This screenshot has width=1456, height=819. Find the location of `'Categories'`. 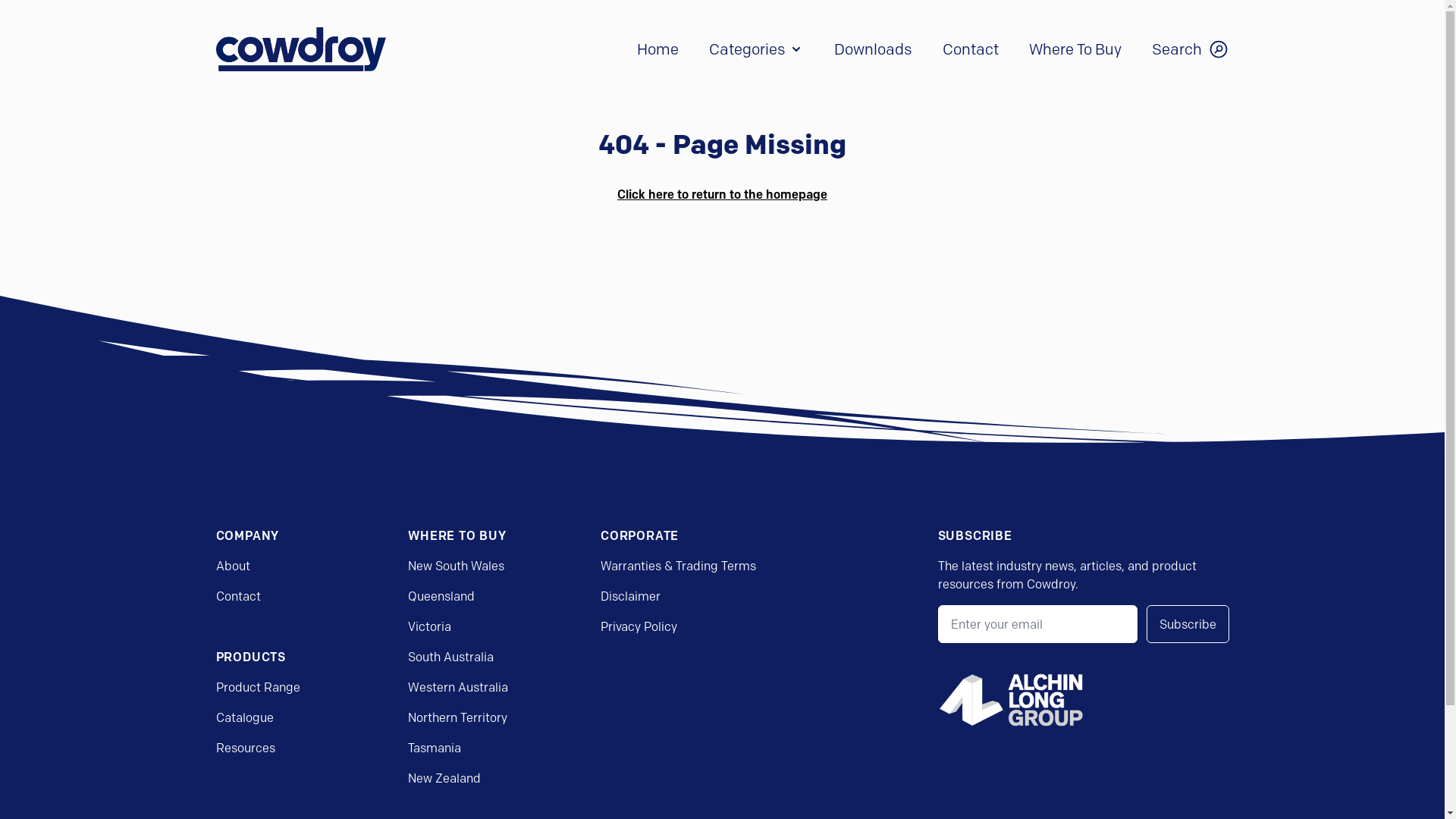

'Categories' is located at coordinates (708, 49).